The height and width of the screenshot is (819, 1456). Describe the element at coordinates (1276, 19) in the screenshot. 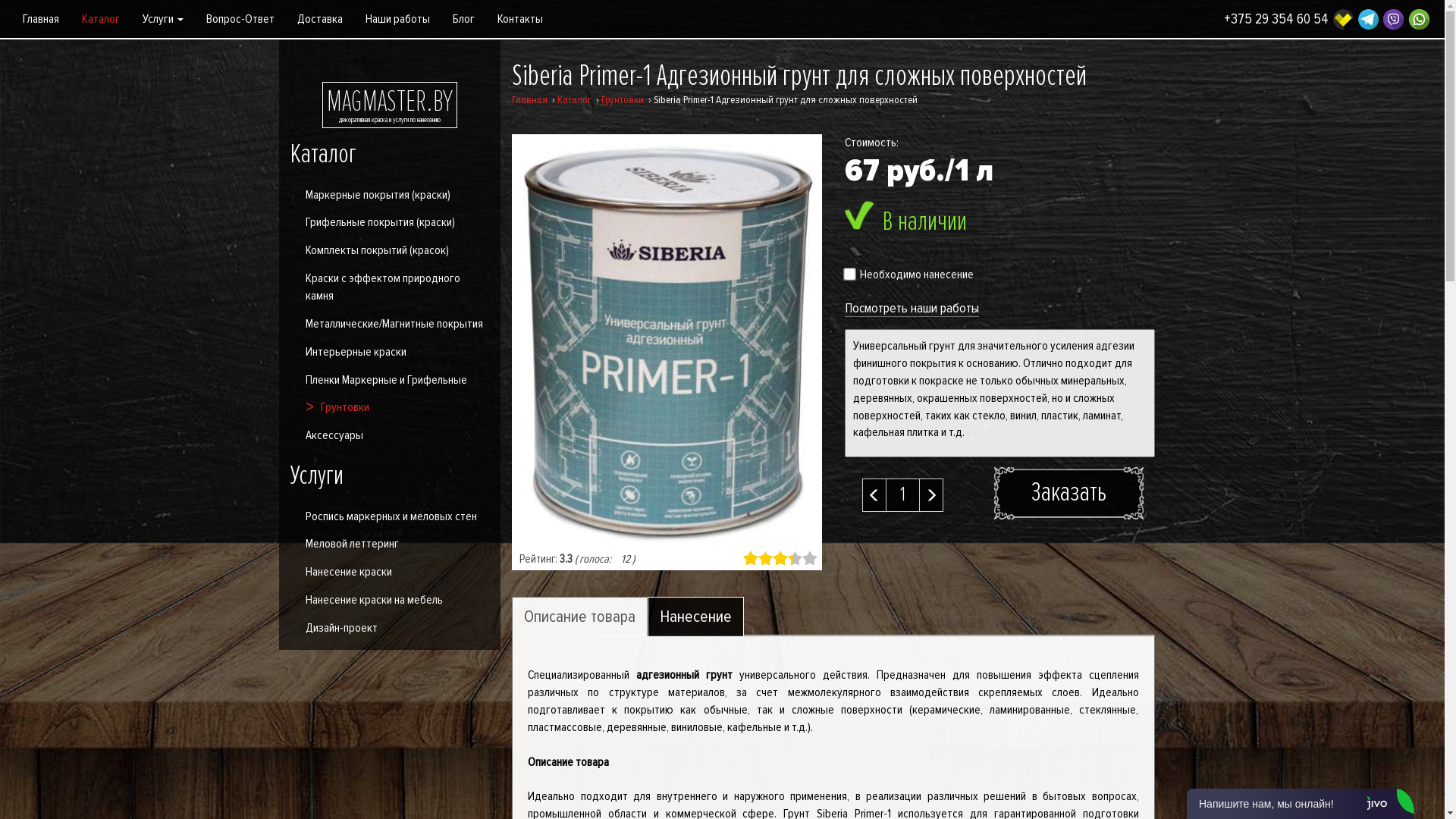

I see `'+375 29 354 60 54'` at that location.